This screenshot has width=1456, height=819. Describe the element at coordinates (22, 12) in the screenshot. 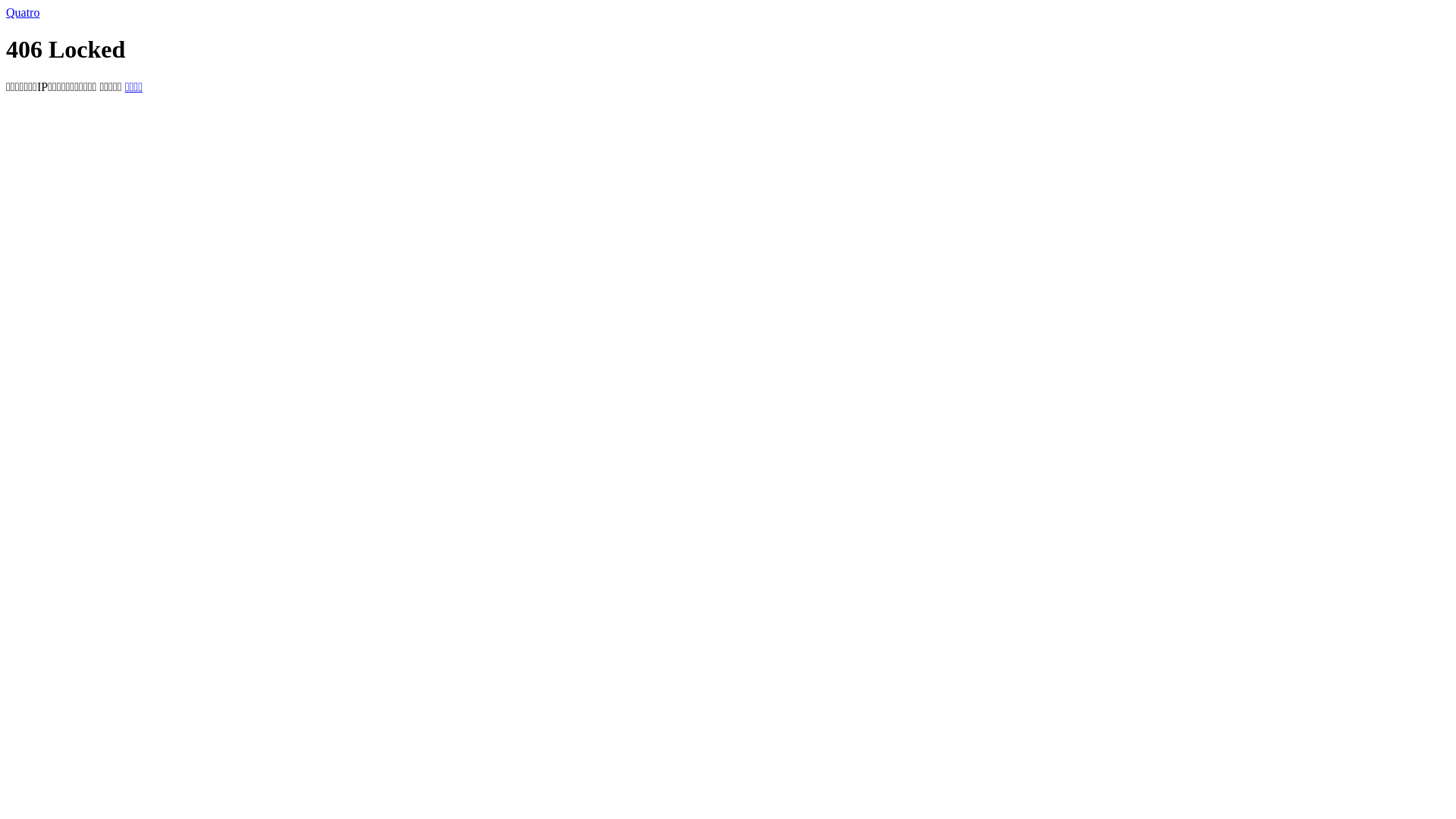

I see `'Quatro'` at that location.